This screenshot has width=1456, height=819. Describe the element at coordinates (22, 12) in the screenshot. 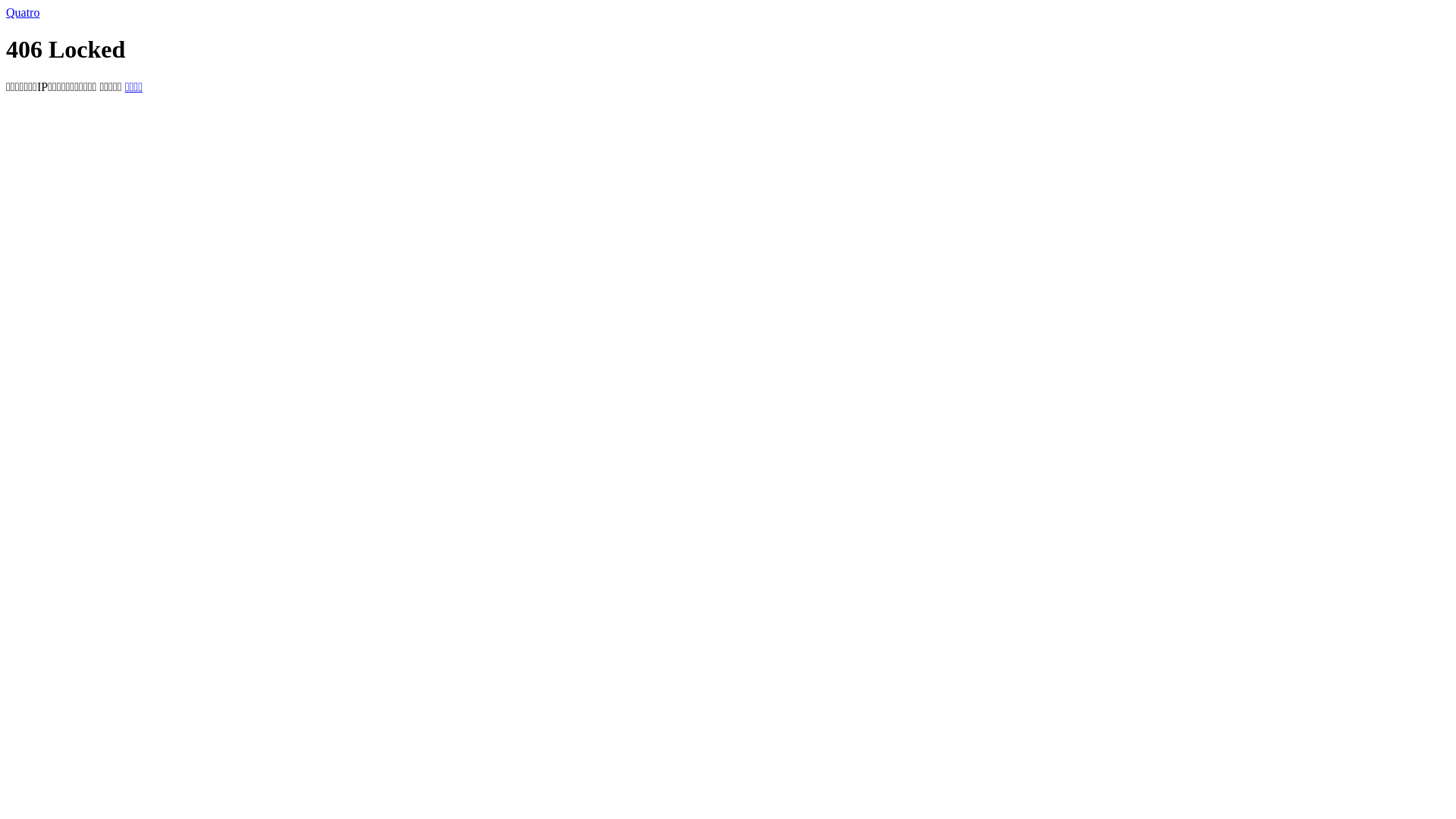

I see `'Quatro'` at that location.